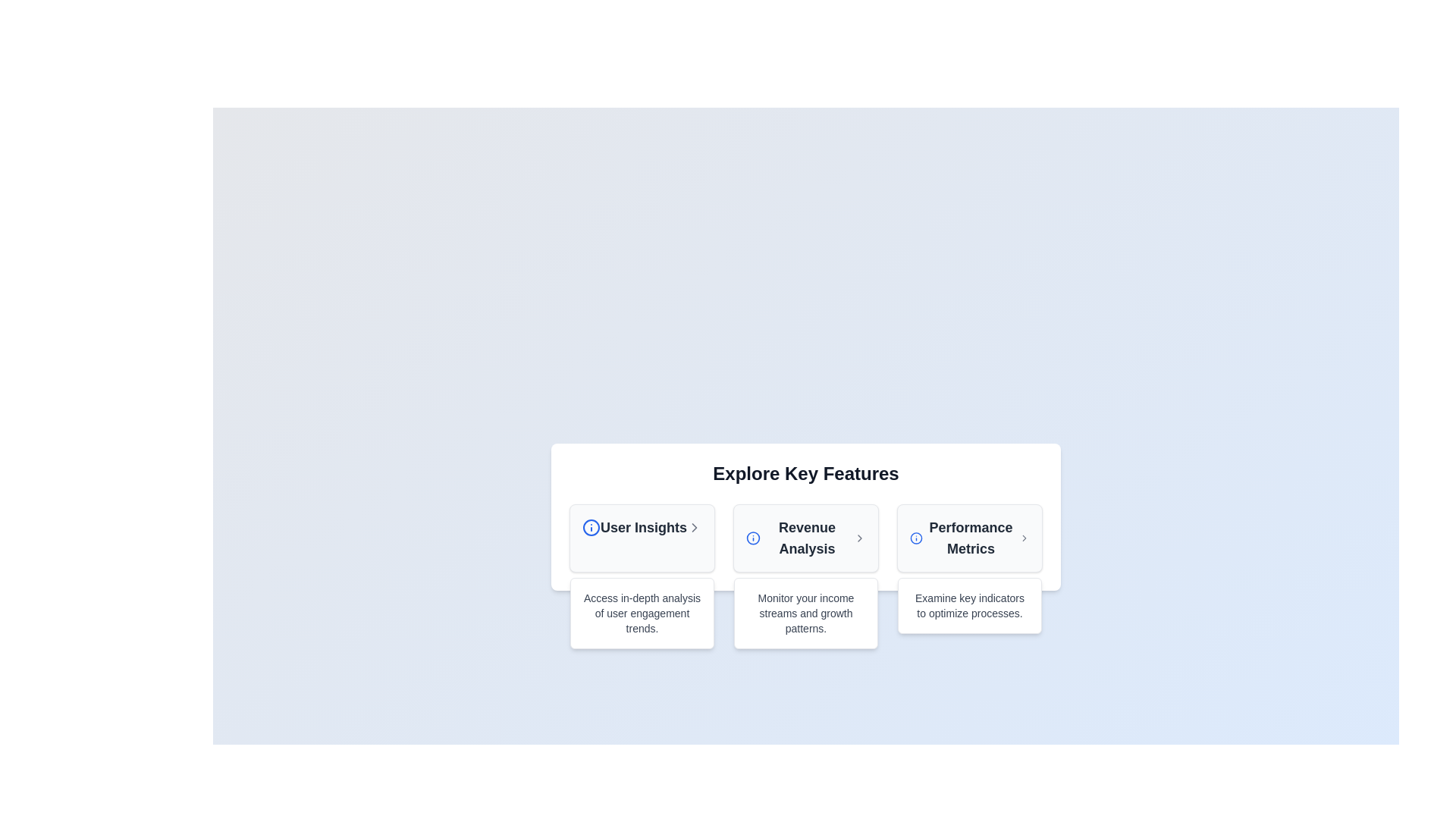 Image resolution: width=1456 pixels, height=819 pixels. I want to click on the Information Icon located to the left of the 'User Insights' text within the card-like structure in the leftmost column of the layout, so click(590, 526).